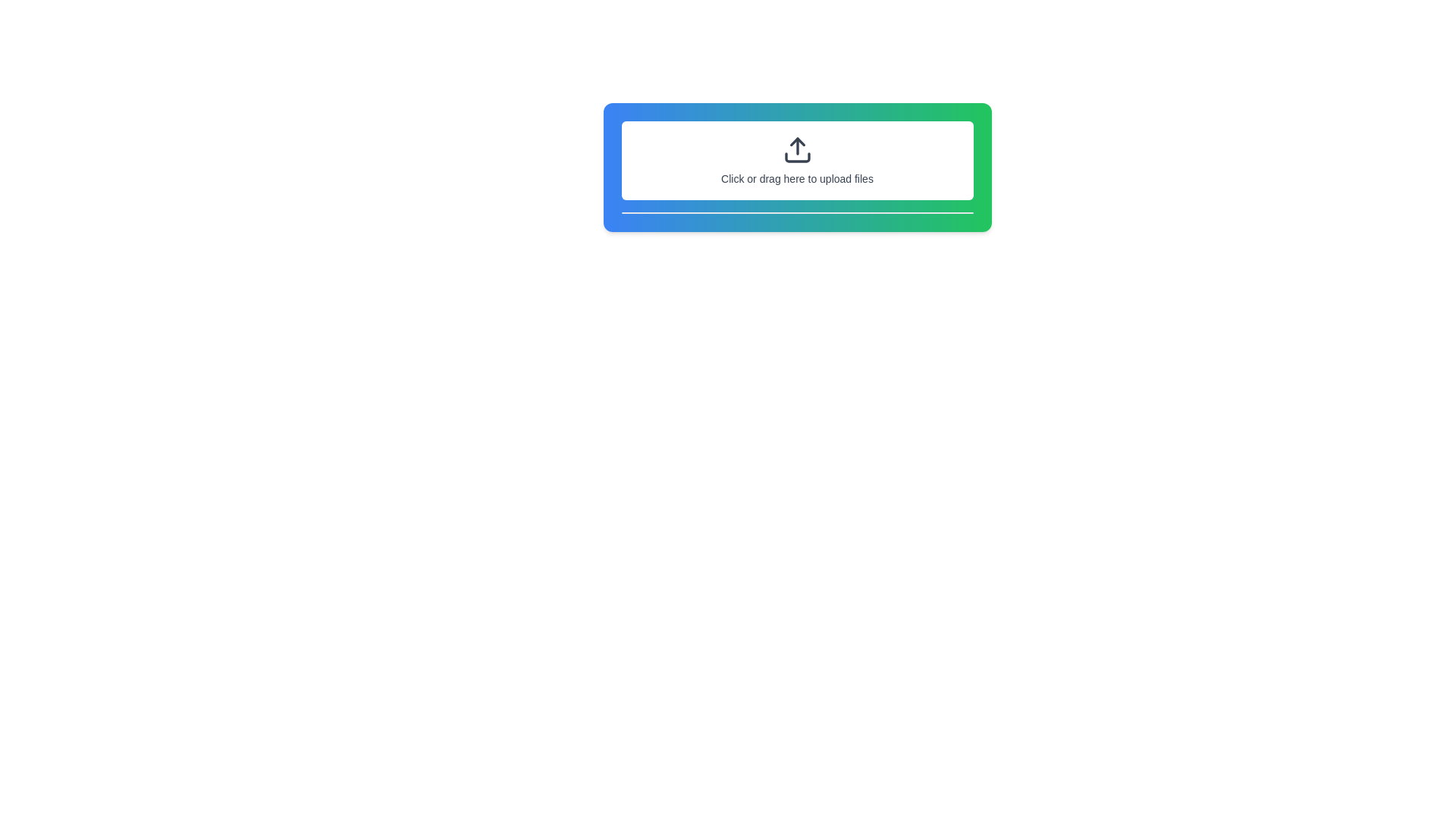 This screenshot has width=1456, height=819. What do you see at coordinates (796, 167) in the screenshot?
I see `the File upload area, which features a gradient background and a dashed border with the text 'Click or drag here to upload files'` at bounding box center [796, 167].